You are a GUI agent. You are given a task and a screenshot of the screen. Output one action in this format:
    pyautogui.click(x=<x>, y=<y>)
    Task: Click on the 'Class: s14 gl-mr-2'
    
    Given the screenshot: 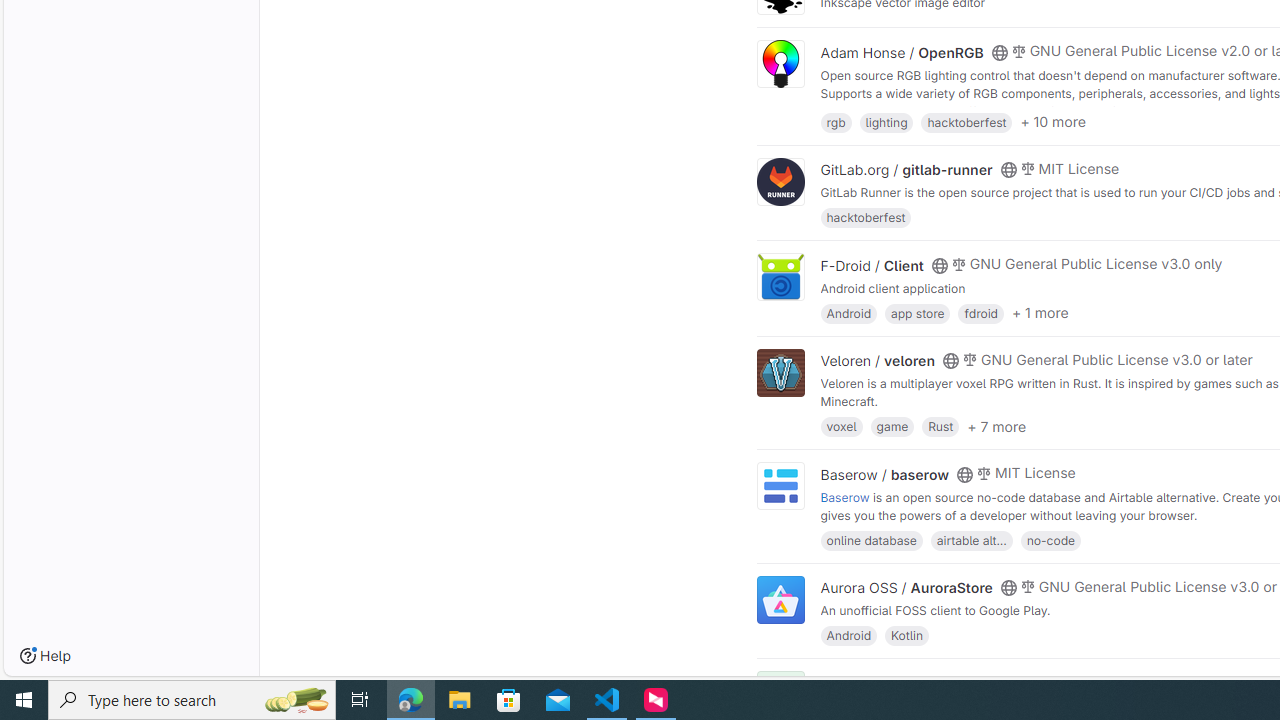 What is the action you would take?
    pyautogui.click(x=1018, y=680)
    